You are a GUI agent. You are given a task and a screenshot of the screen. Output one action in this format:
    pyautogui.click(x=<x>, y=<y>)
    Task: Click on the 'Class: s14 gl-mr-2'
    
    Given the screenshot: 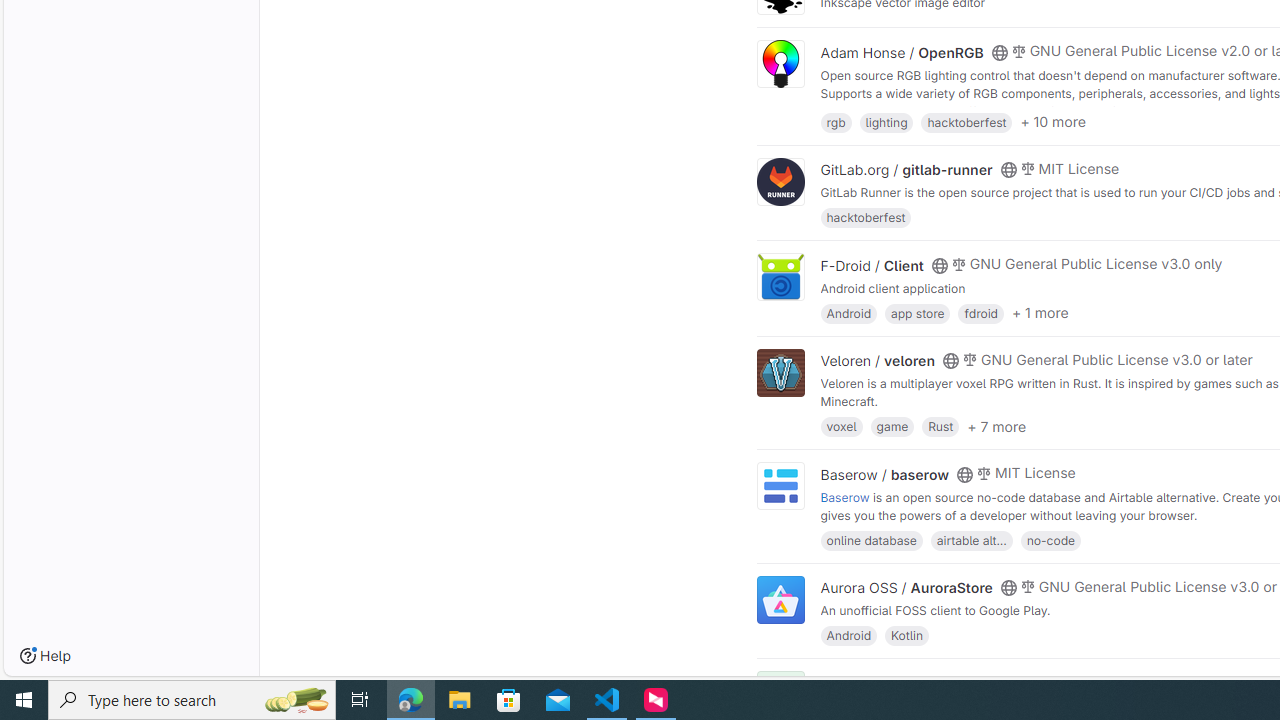 What is the action you would take?
    pyautogui.click(x=1018, y=680)
    